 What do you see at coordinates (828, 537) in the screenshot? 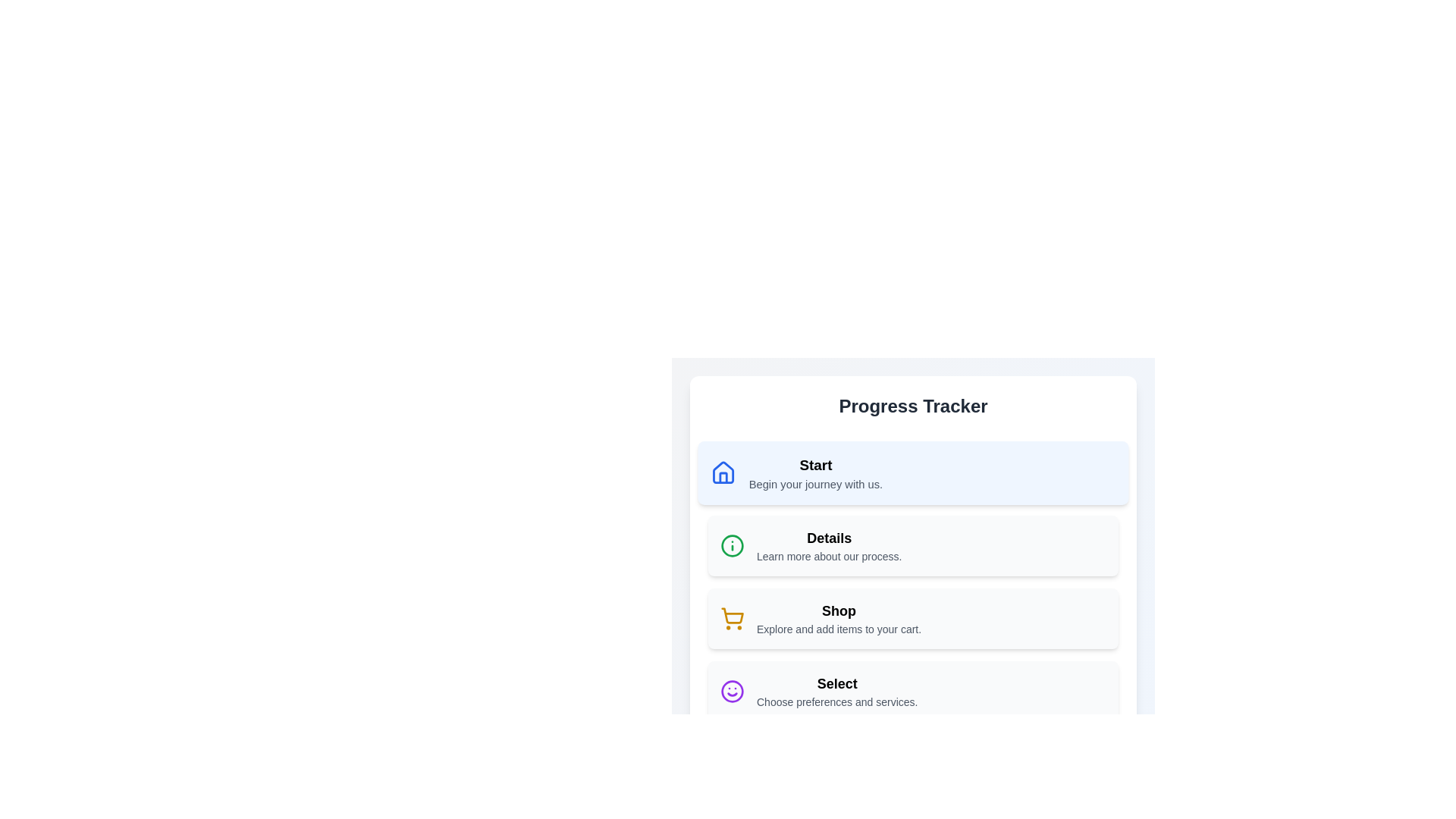
I see `the Text header that serves as the title or heading for the associated content, located in the middle of a vertically arranged list of sections, directly after the section titled 'Start'` at bounding box center [828, 537].